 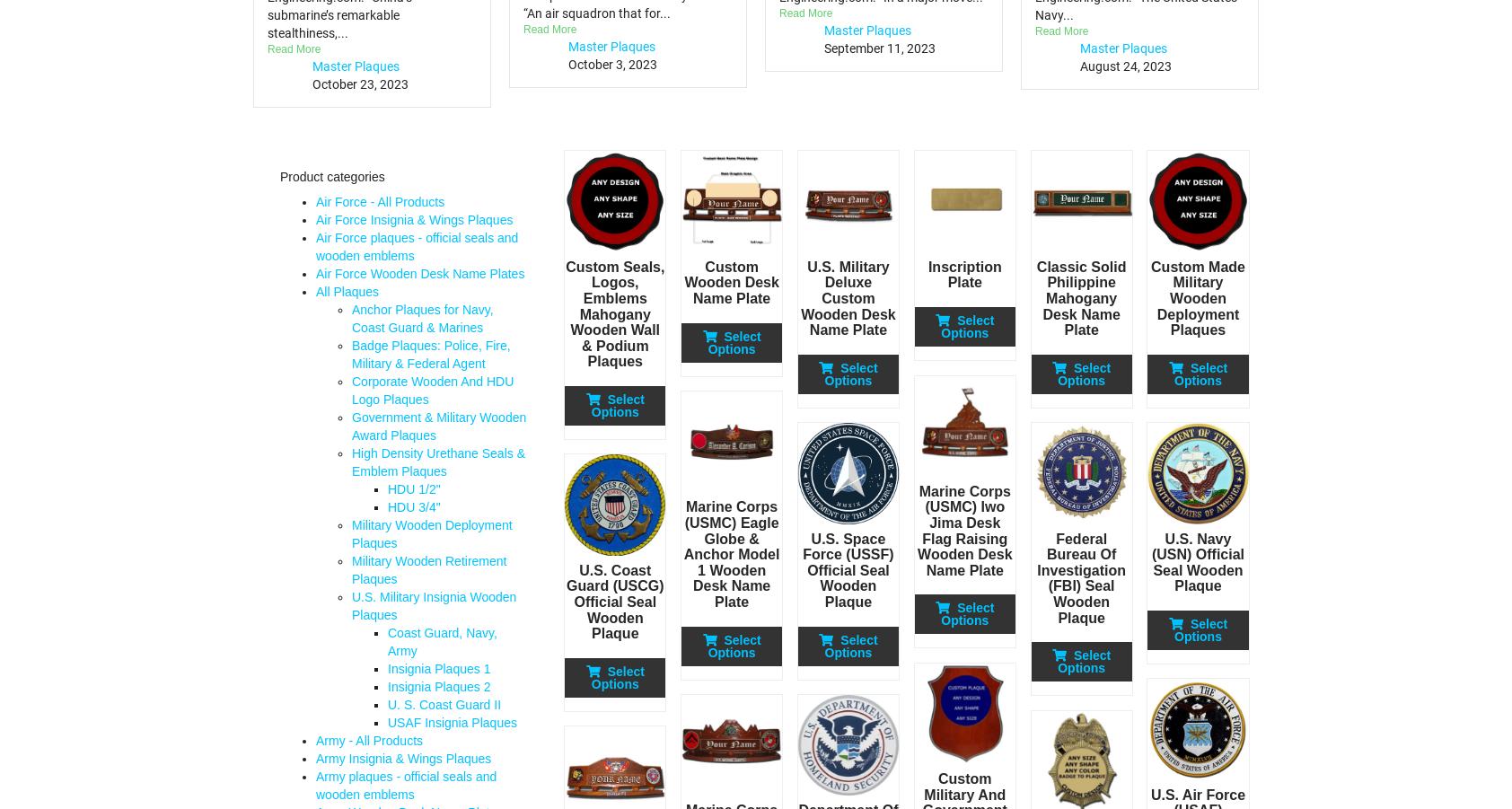 I want to click on 'Government & Military Wooden Award Plaques', so click(x=438, y=426).